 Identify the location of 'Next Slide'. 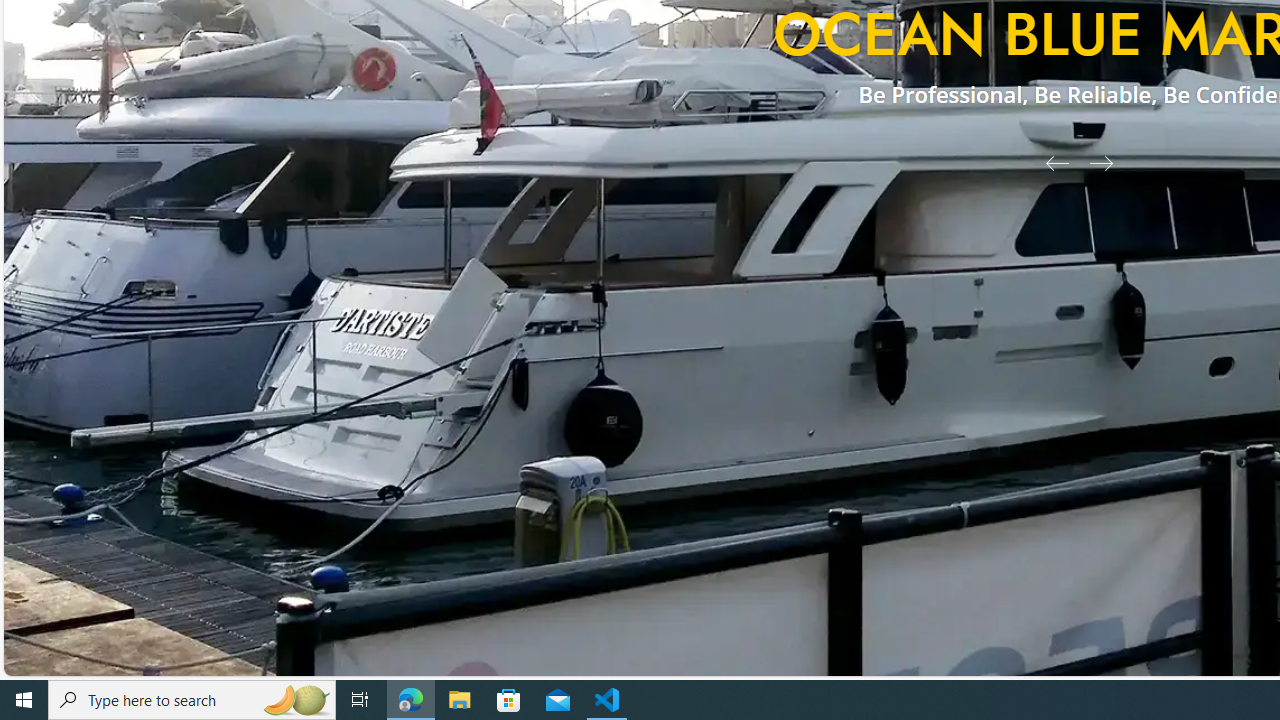
(1108, 161).